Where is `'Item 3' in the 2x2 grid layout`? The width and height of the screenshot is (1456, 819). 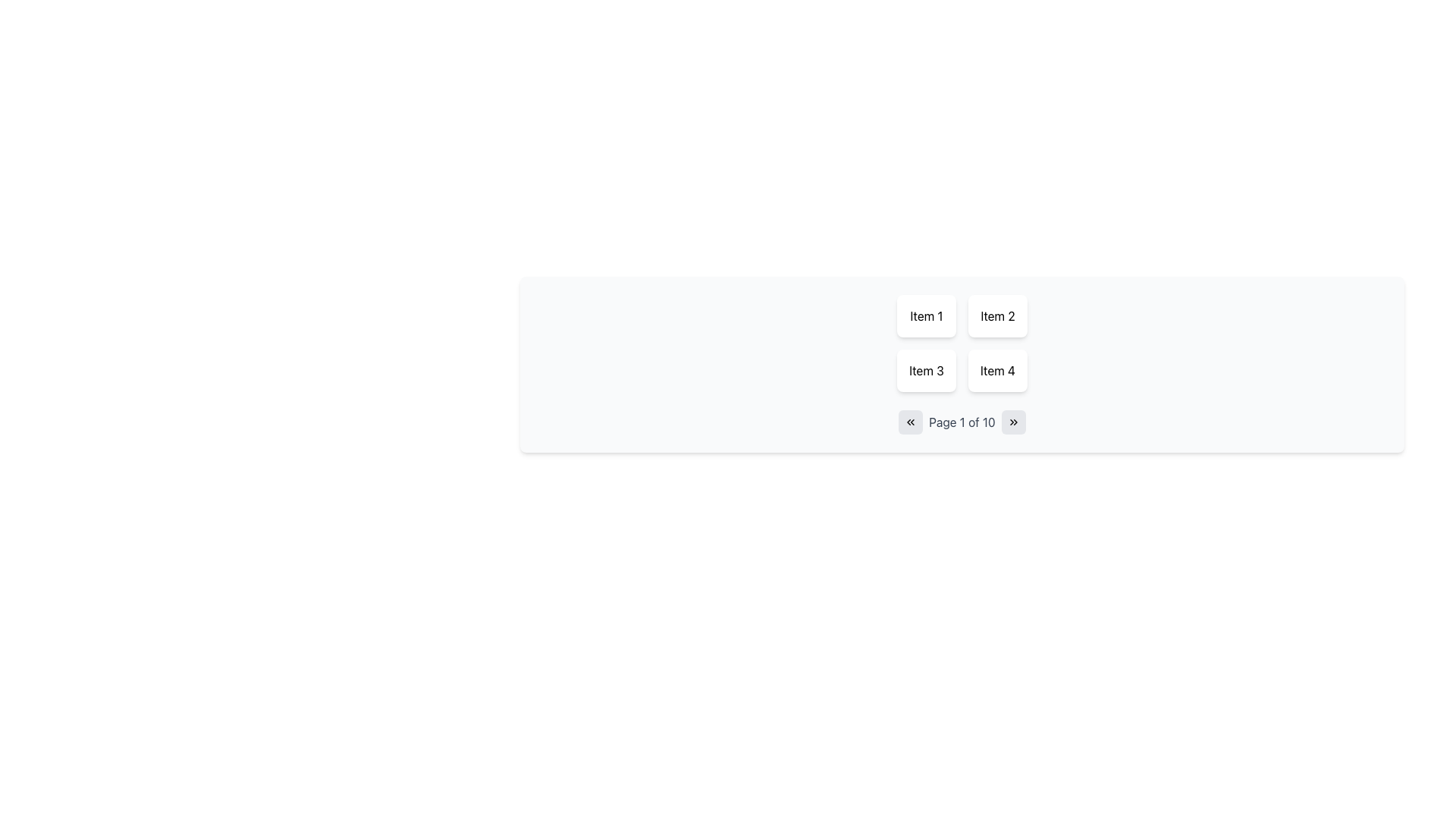
'Item 3' in the 2x2 grid layout is located at coordinates (961, 343).